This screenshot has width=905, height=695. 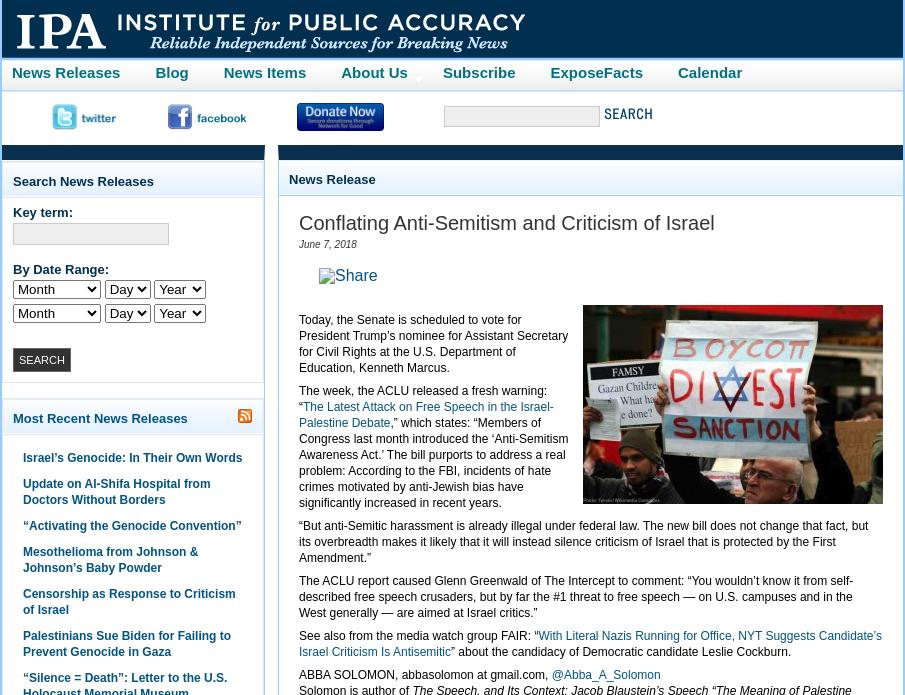 I want to click on 'News Release', so click(x=288, y=179).